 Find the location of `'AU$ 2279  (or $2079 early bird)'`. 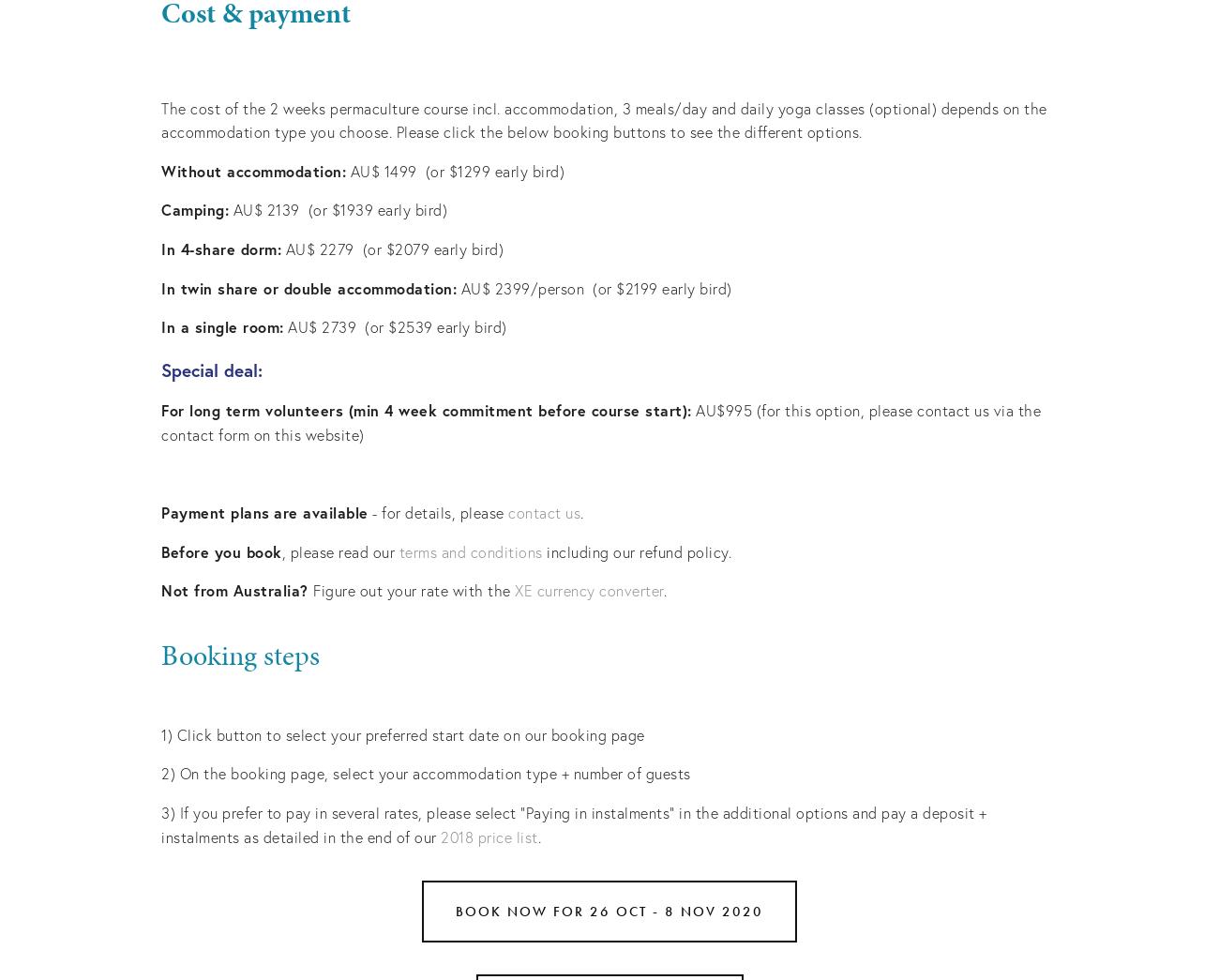

'AU$ 2279  (or $2079 early bird)' is located at coordinates (281, 248).